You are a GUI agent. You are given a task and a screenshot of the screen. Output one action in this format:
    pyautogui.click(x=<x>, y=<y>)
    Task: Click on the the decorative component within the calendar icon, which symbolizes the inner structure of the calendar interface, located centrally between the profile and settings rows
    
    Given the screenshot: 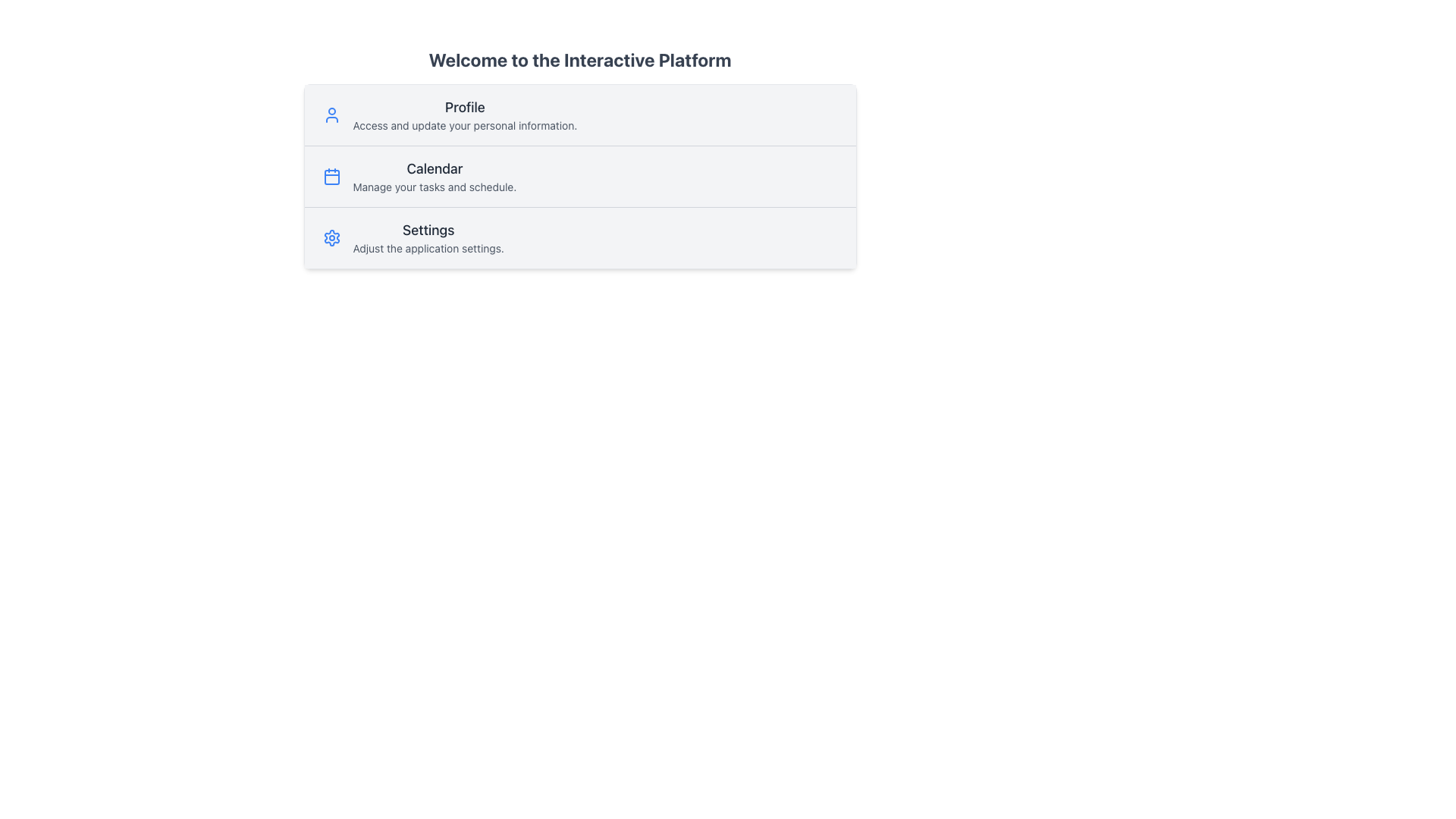 What is the action you would take?
    pyautogui.click(x=331, y=177)
    